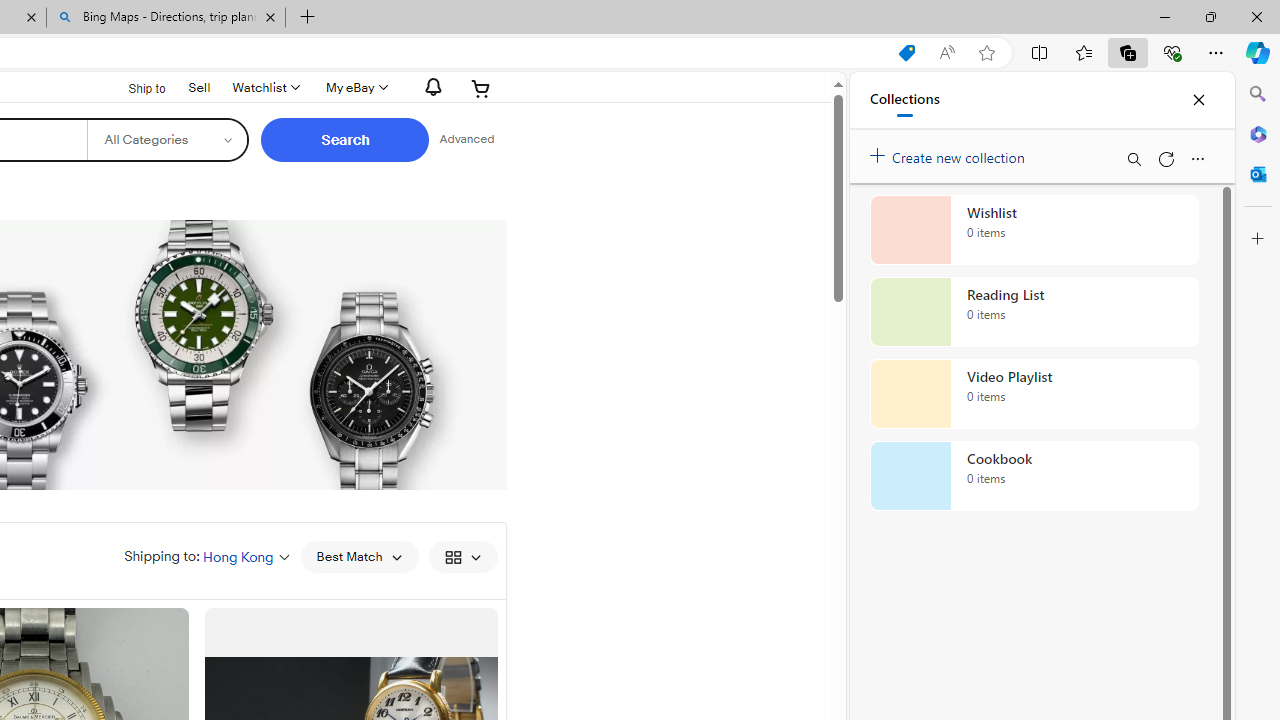 This screenshot has width=1280, height=720. What do you see at coordinates (481, 87) in the screenshot?
I see `'Expand Cart'` at bounding box center [481, 87].